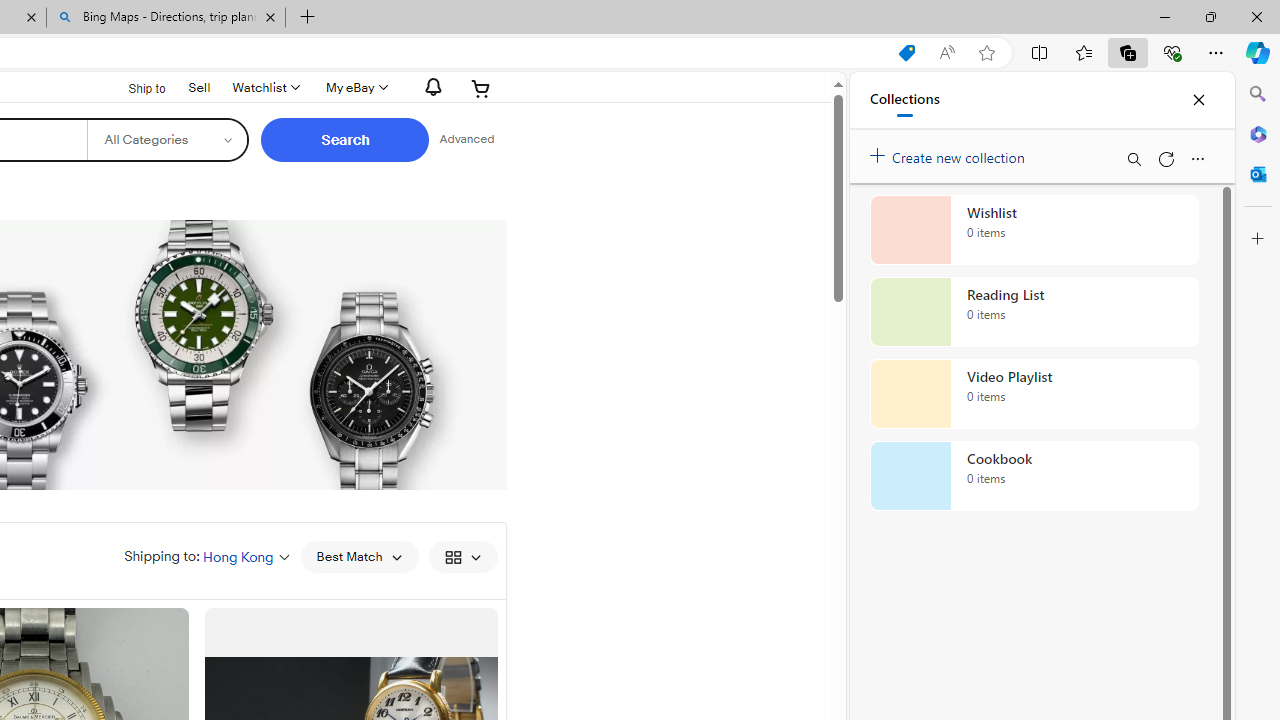 This screenshot has width=1280, height=720. What do you see at coordinates (481, 87) in the screenshot?
I see `'Expand Cart'` at bounding box center [481, 87].